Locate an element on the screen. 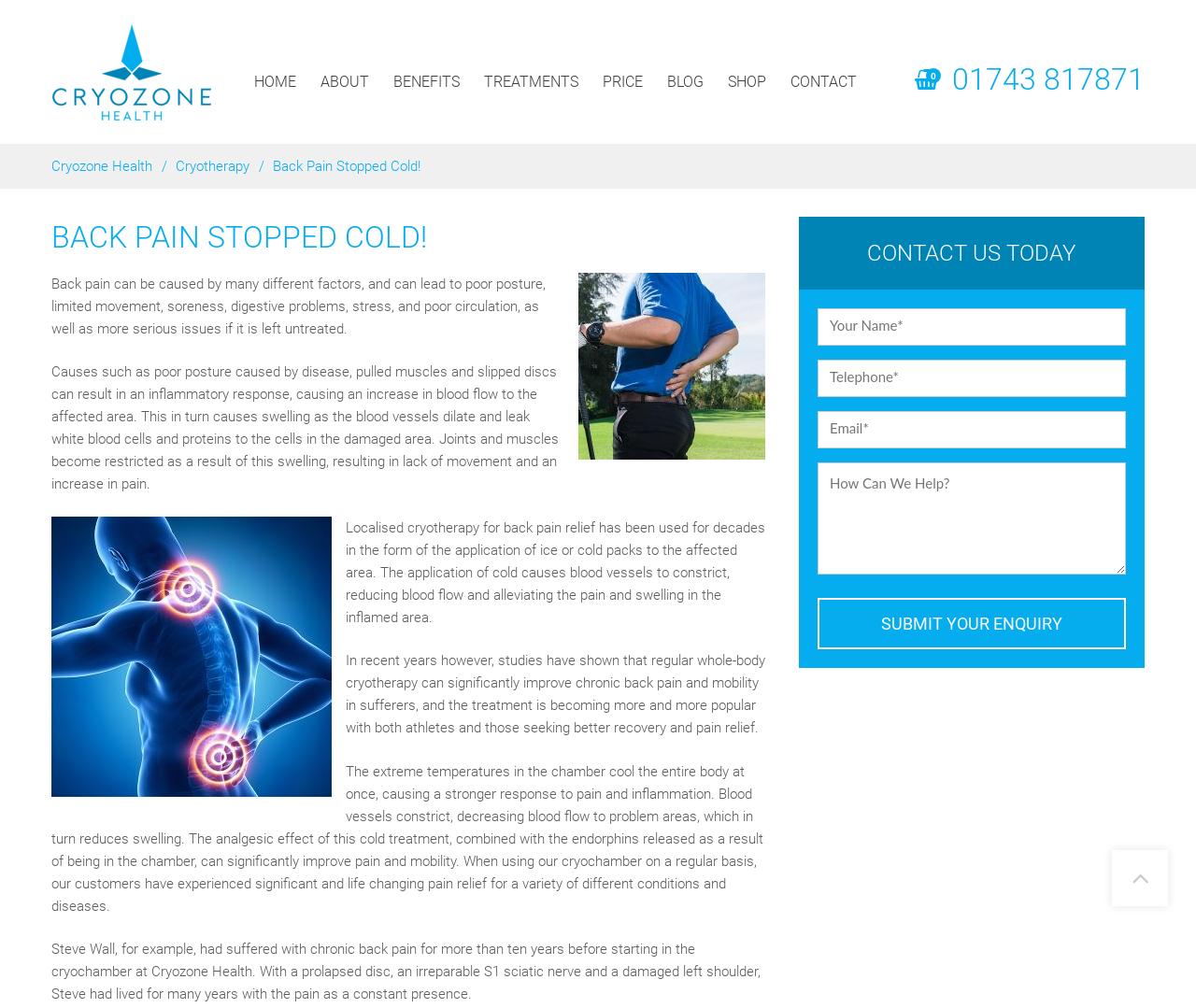  'Recovery Boots' is located at coordinates (545, 202).